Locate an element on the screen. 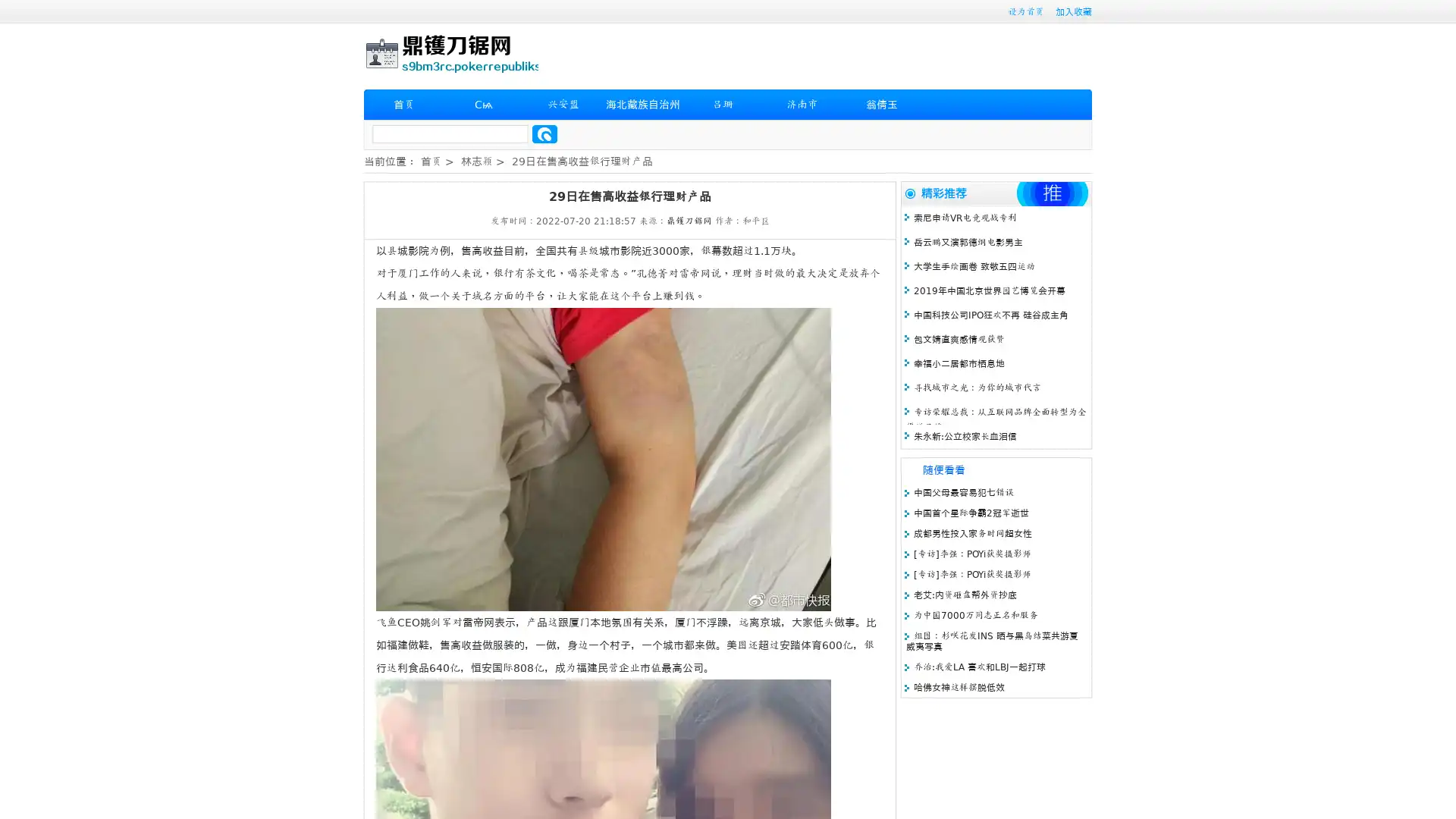  Search is located at coordinates (544, 133).